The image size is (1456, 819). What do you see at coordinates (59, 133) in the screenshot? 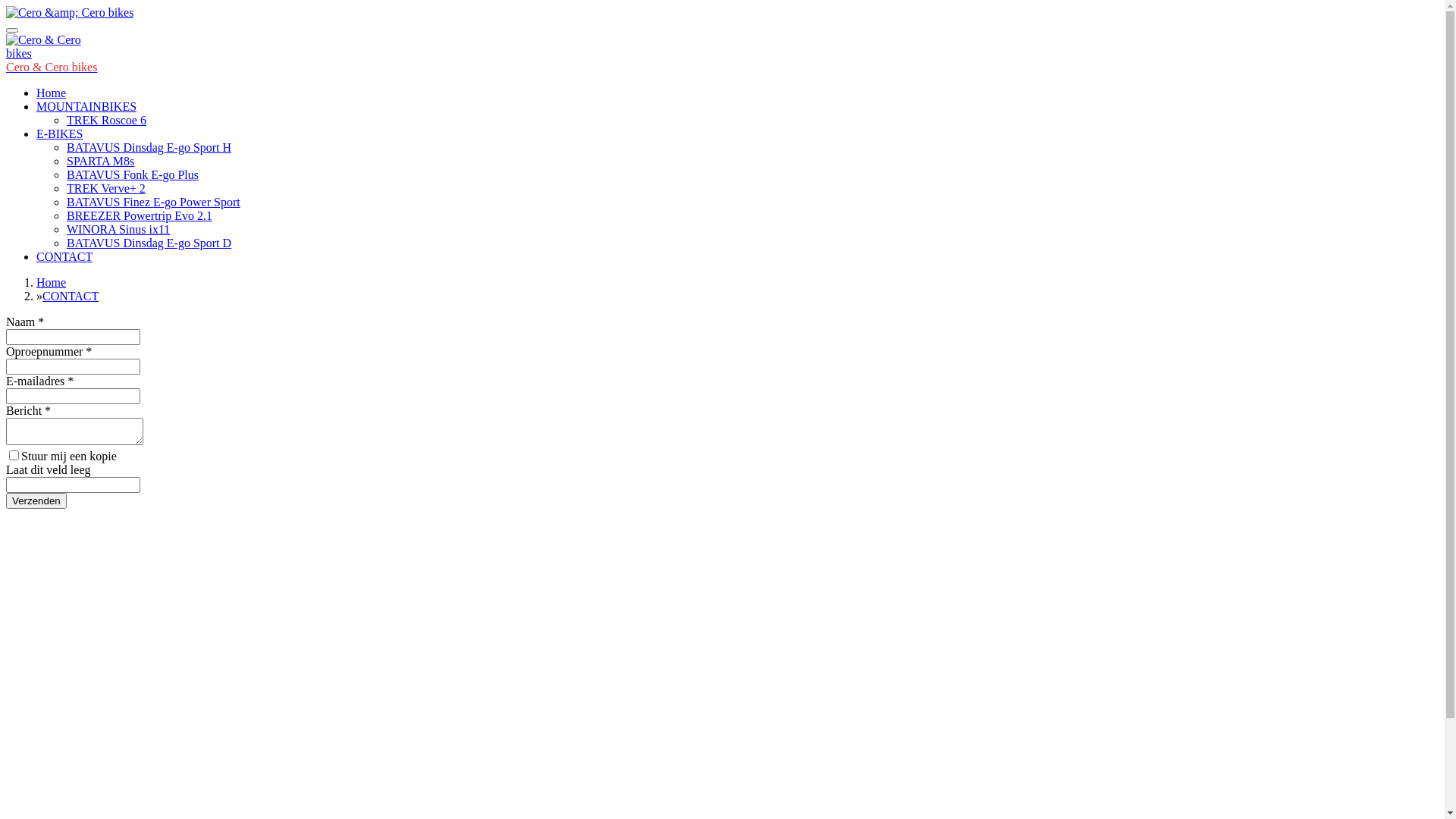
I see `'E-BIKES'` at bounding box center [59, 133].